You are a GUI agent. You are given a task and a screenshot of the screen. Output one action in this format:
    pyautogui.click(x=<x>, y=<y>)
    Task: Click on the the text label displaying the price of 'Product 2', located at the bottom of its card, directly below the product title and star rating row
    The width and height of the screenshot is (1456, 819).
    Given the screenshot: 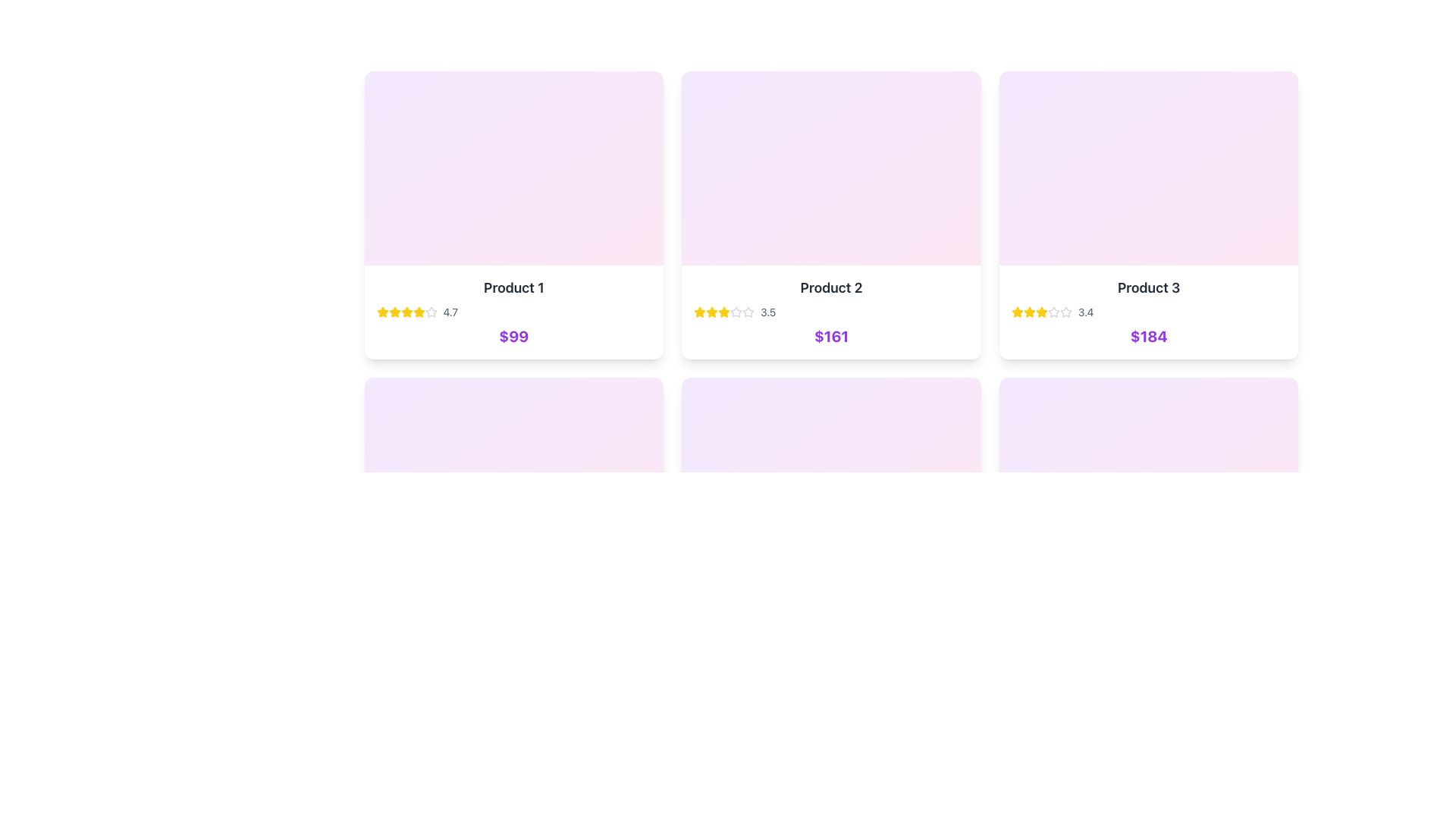 What is the action you would take?
    pyautogui.click(x=830, y=335)
    